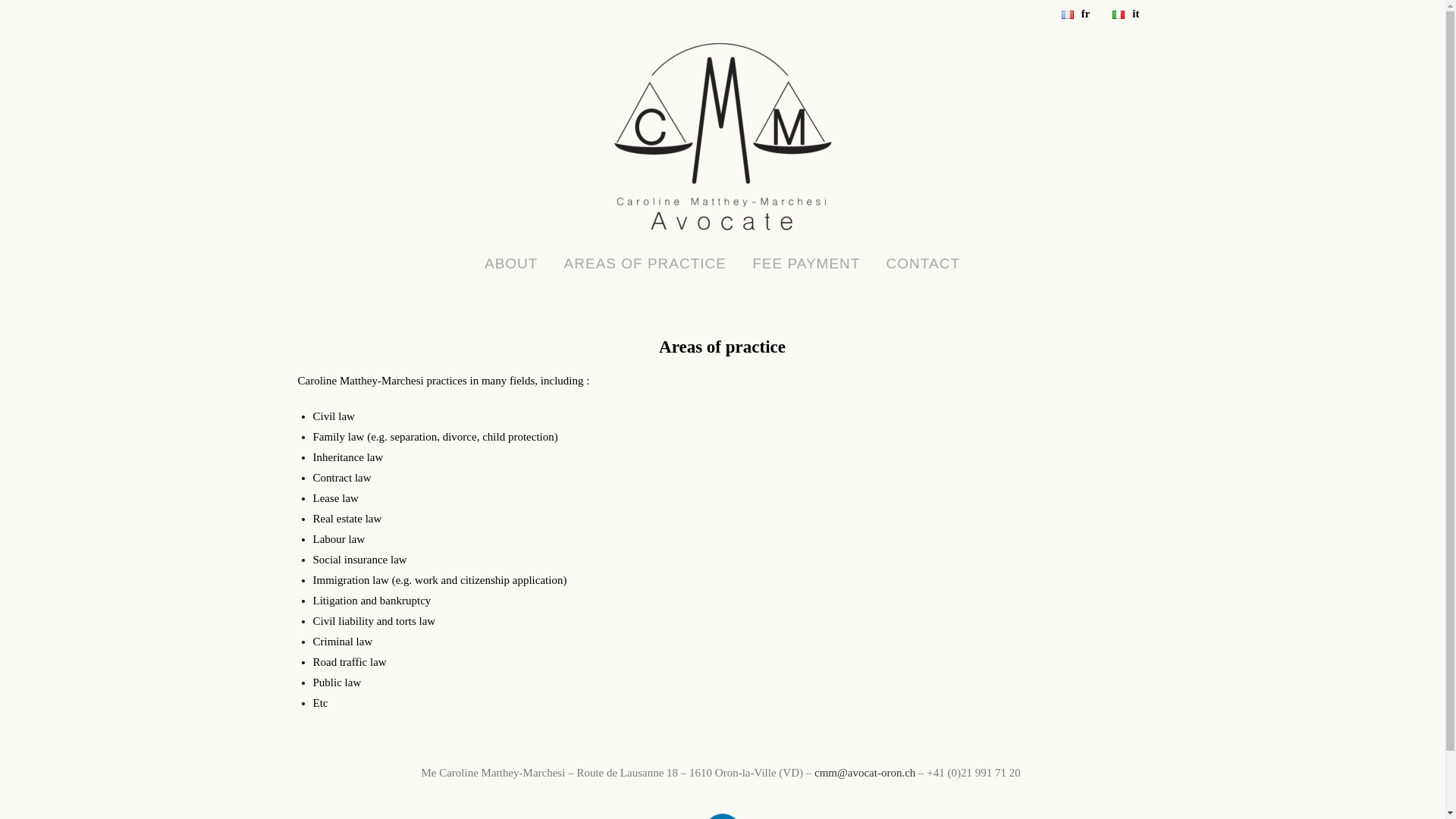 This screenshot has width=1456, height=819. What do you see at coordinates (645, 262) in the screenshot?
I see `'AREAS OF PRACTICE'` at bounding box center [645, 262].